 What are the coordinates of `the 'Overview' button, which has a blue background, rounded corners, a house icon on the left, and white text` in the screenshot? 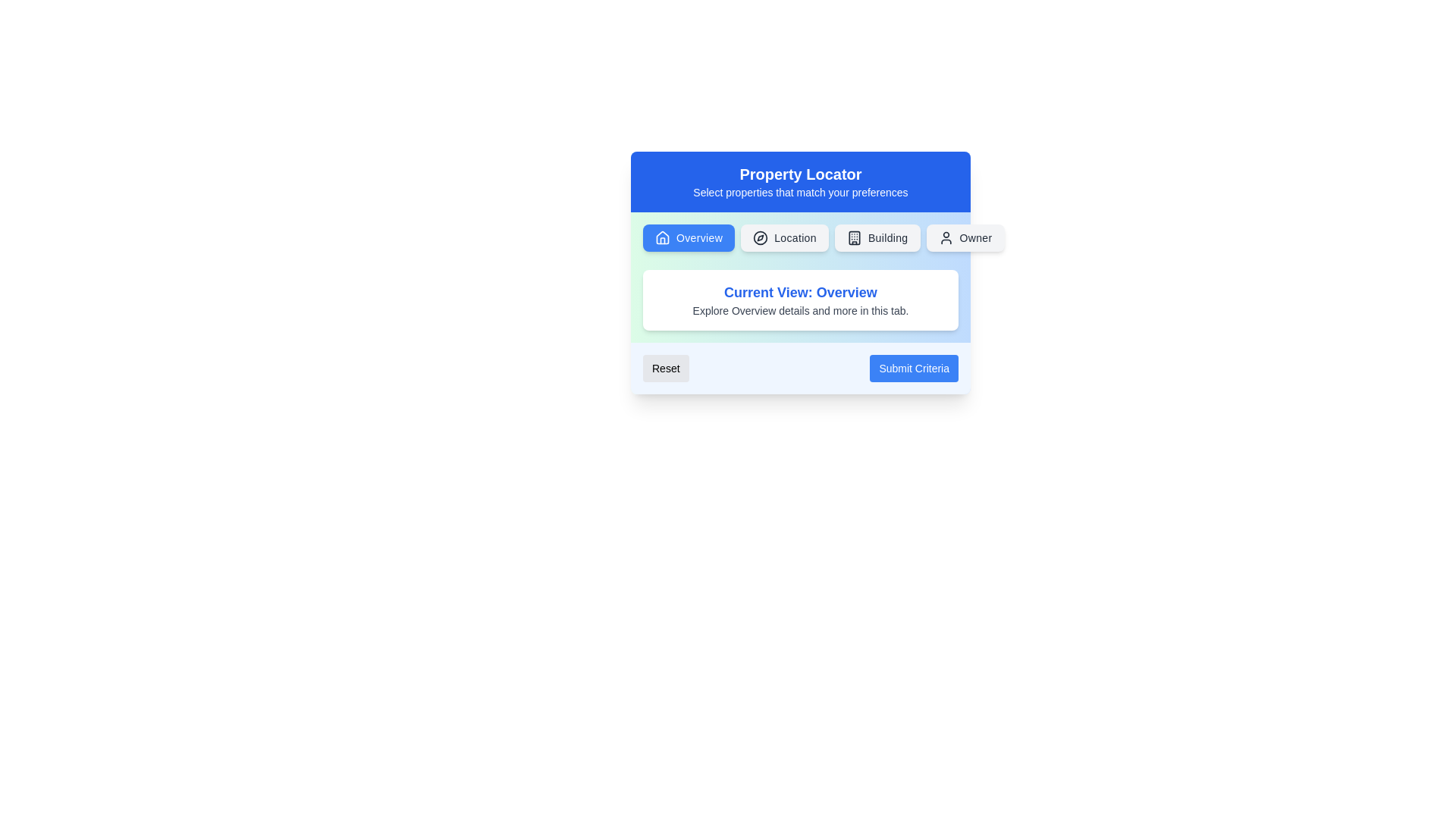 It's located at (688, 237).